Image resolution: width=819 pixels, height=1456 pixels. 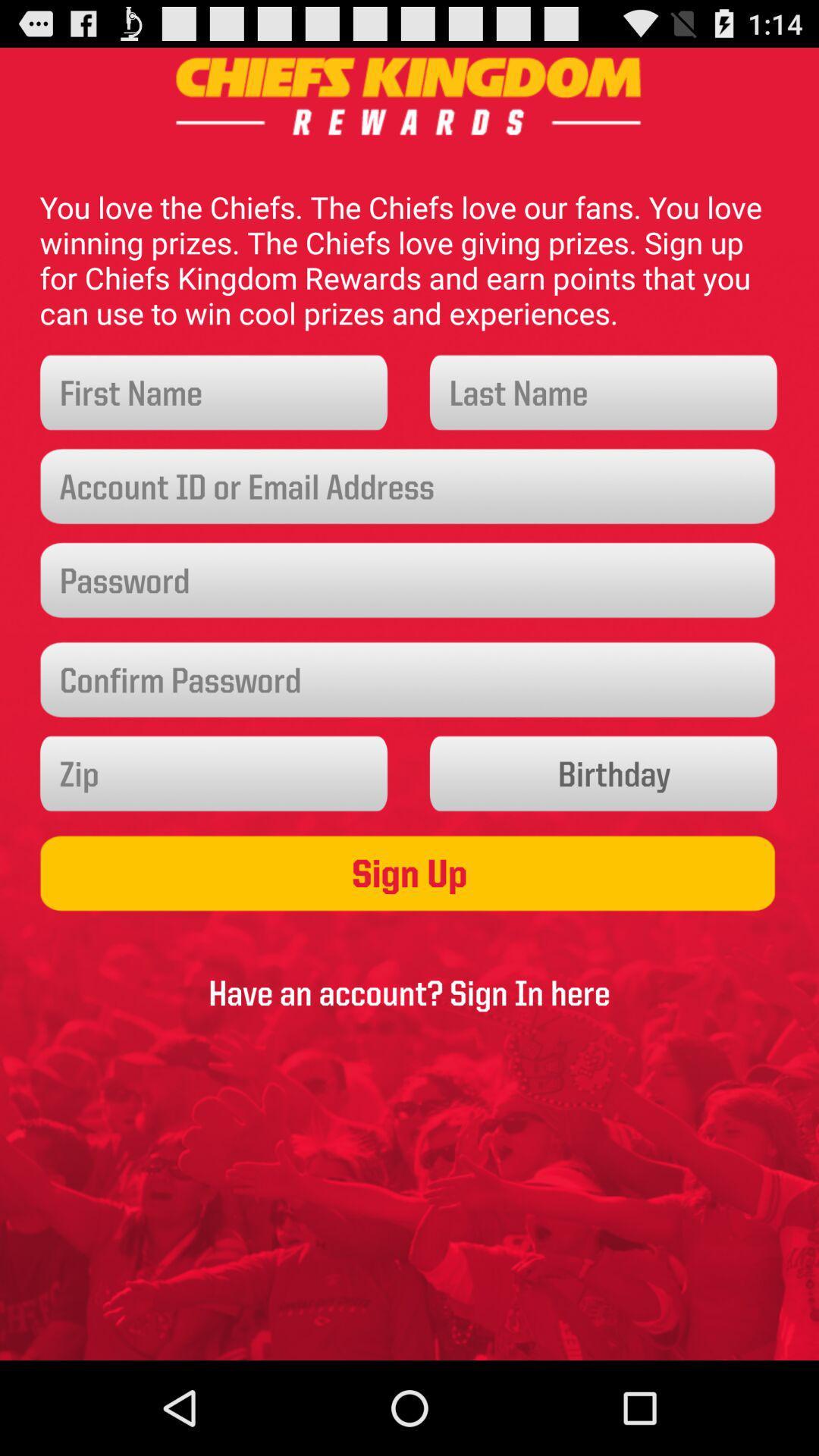 I want to click on type last name, so click(x=603, y=393).